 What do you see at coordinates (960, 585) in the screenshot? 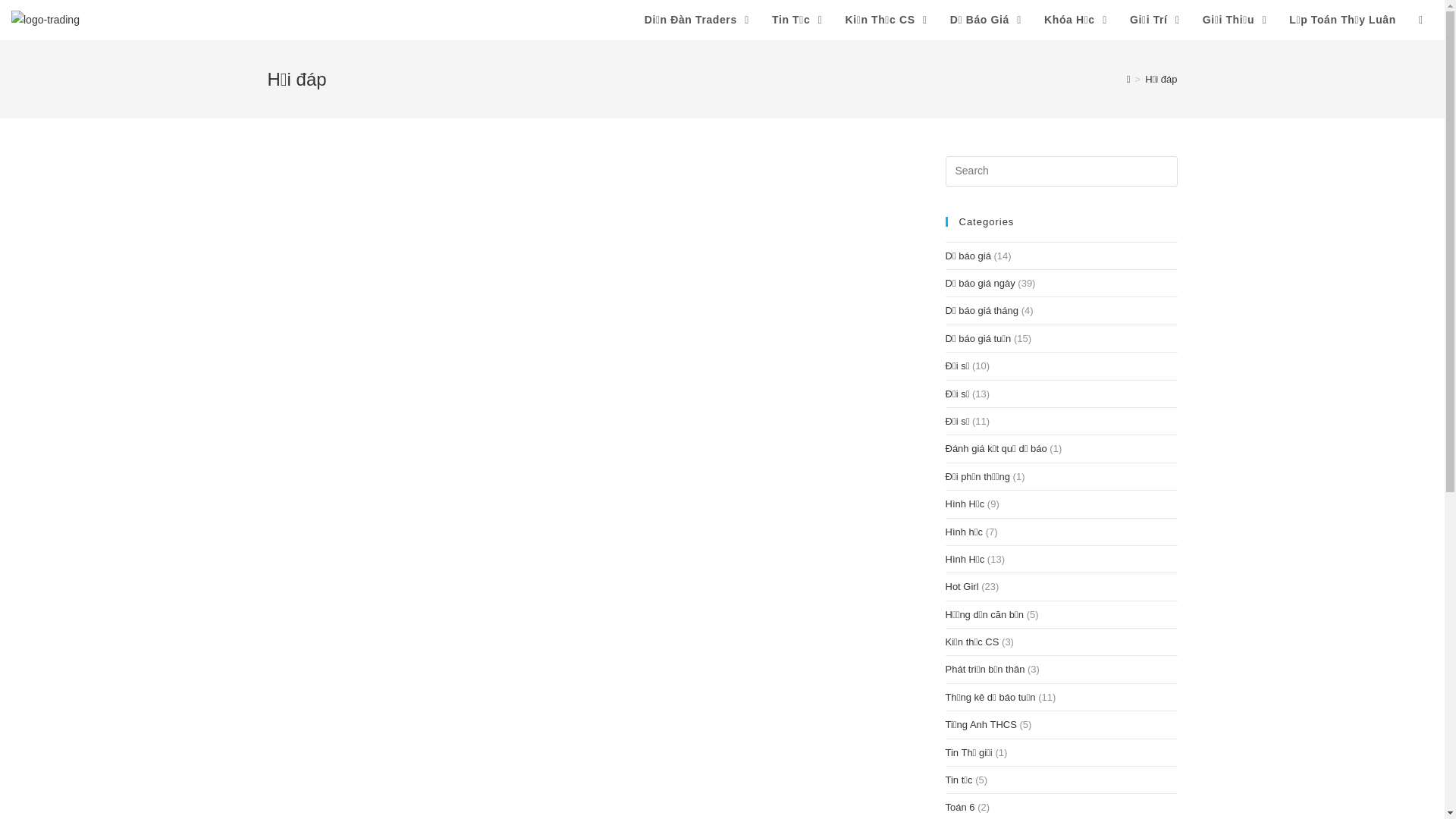
I see `'Hot Girl'` at bounding box center [960, 585].